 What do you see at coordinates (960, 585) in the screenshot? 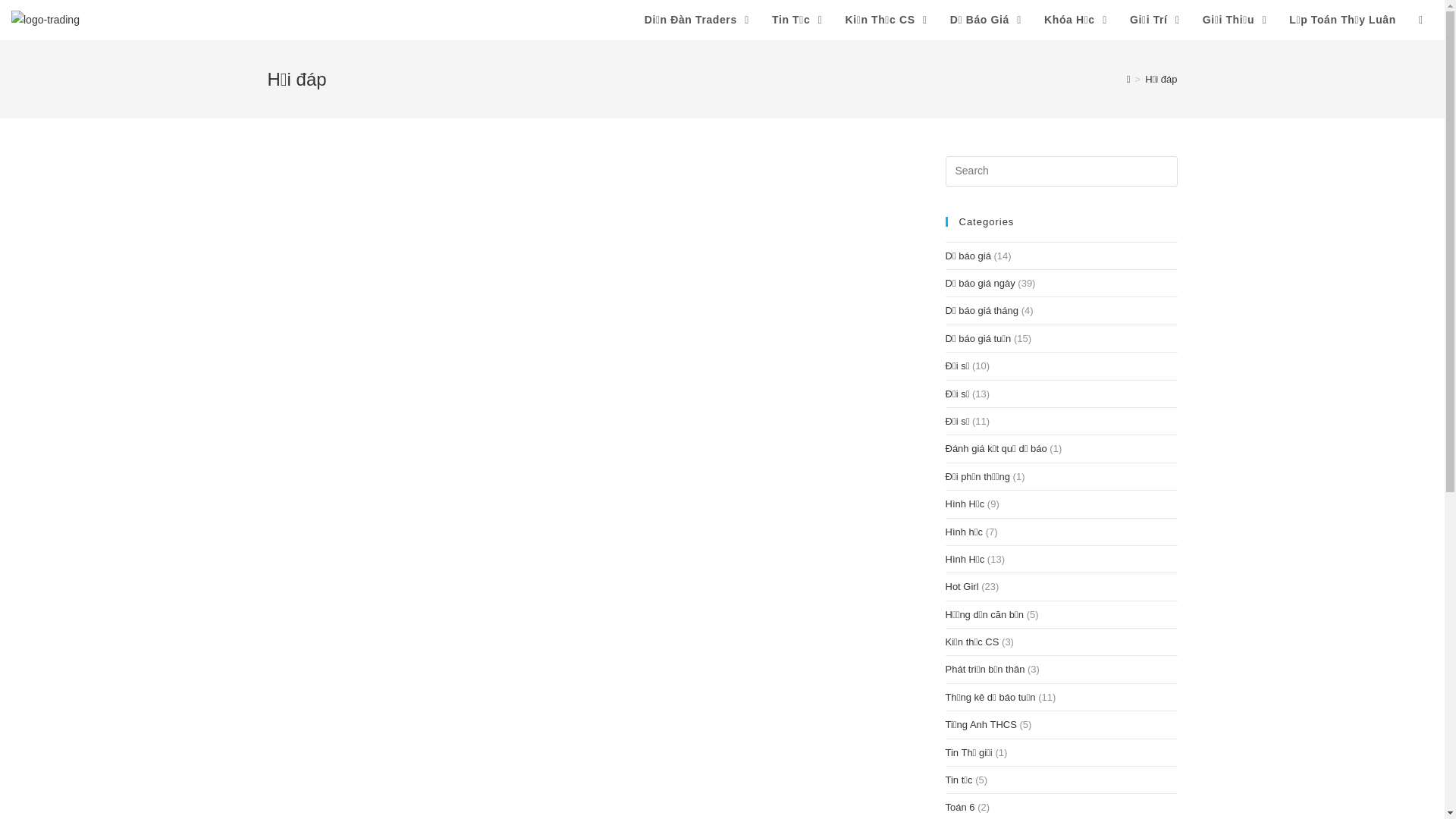
I see `'Hot Girl'` at bounding box center [960, 585].